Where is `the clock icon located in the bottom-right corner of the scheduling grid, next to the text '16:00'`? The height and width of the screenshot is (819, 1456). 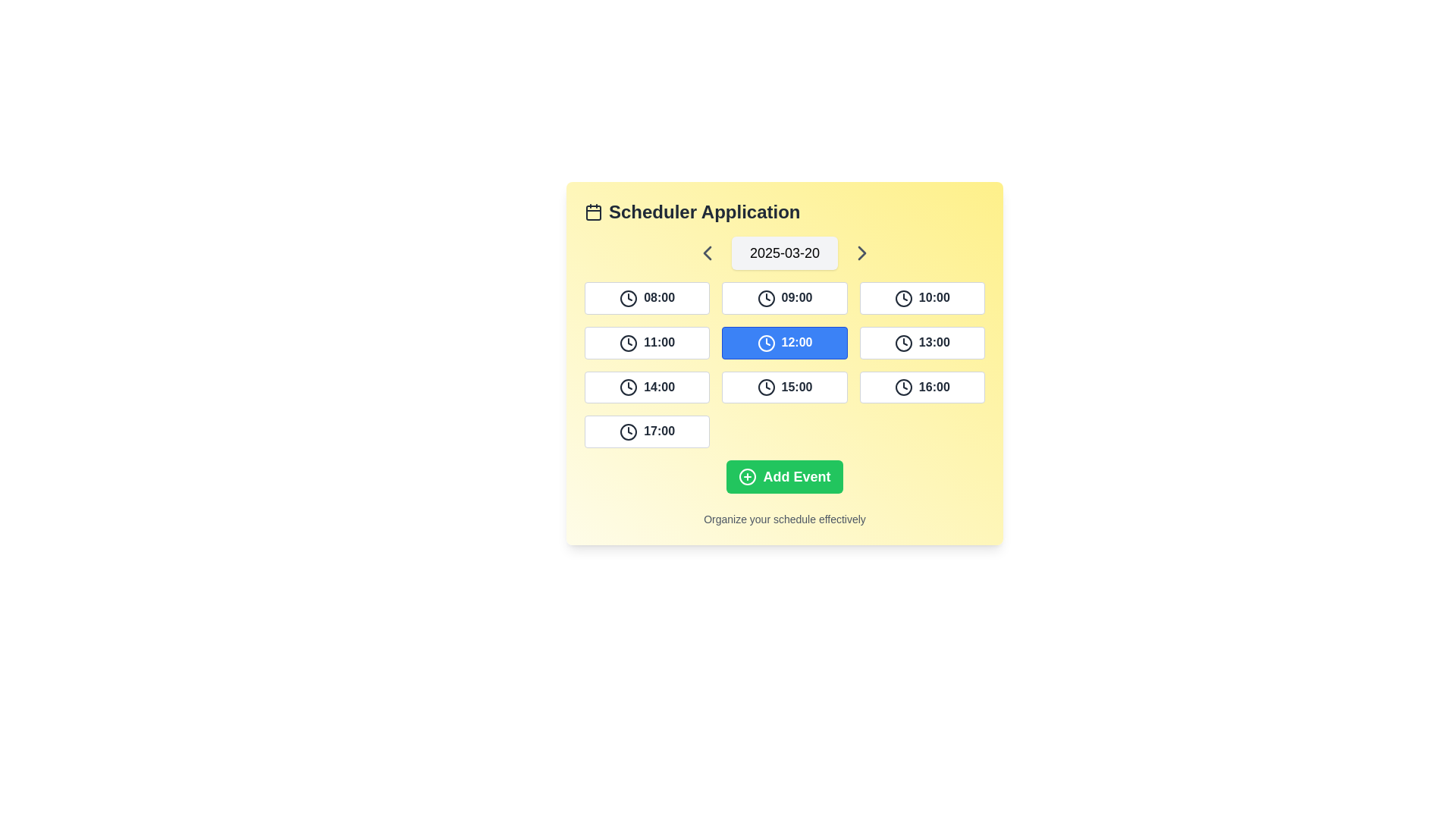 the clock icon located in the bottom-right corner of the scheduling grid, next to the text '16:00' is located at coordinates (903, 387).